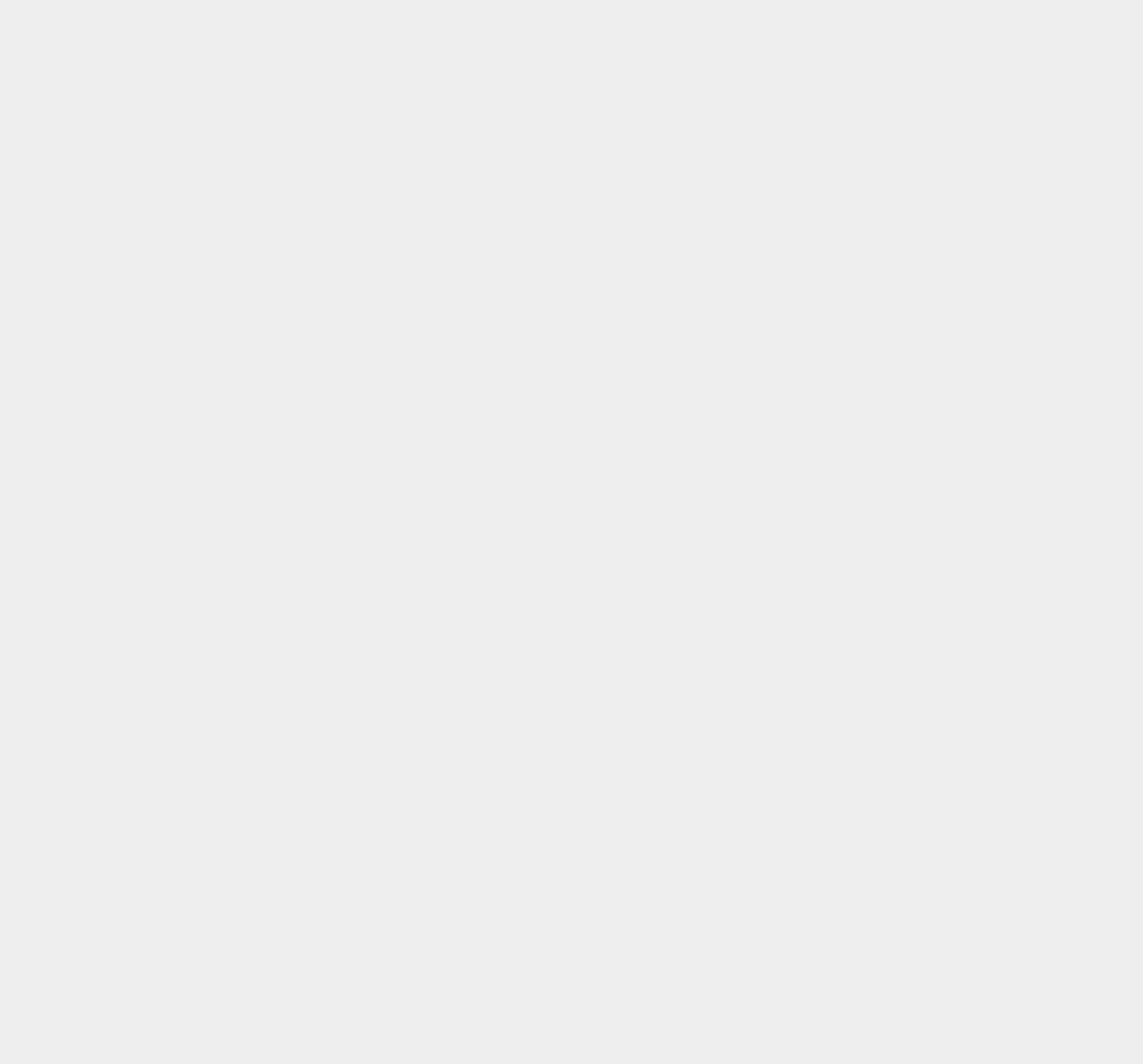  What do you see at coordinates (834, 942) in the screenshot?
I see `'iOS 7.0.1'` at bounding box center [834, 942].